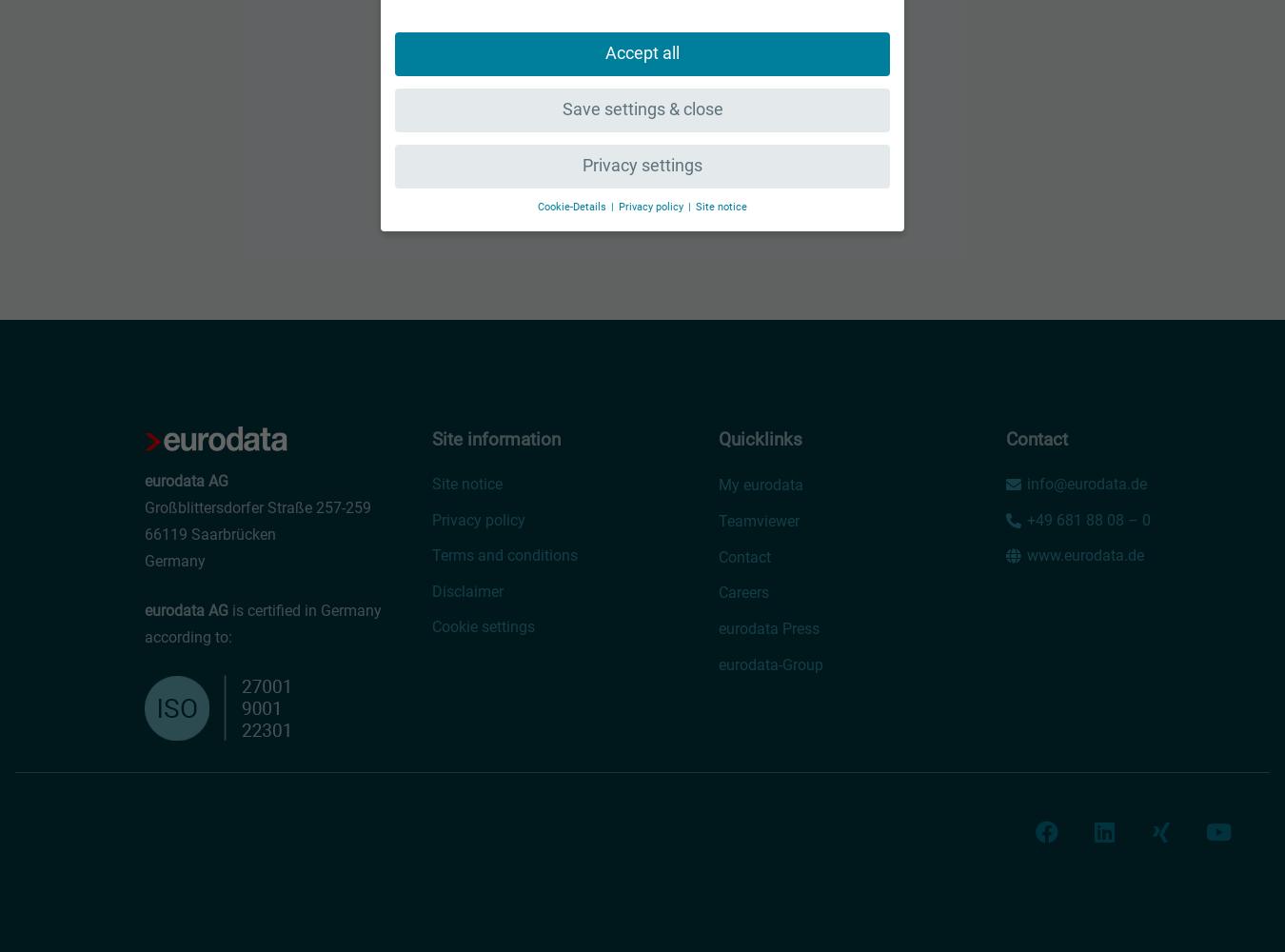 The image size is (1285, 952). What do you see at coordinates (262, 624) in the screenshot?
I see `'is certified in Germany according to:'` at bounding box center [262, 624].